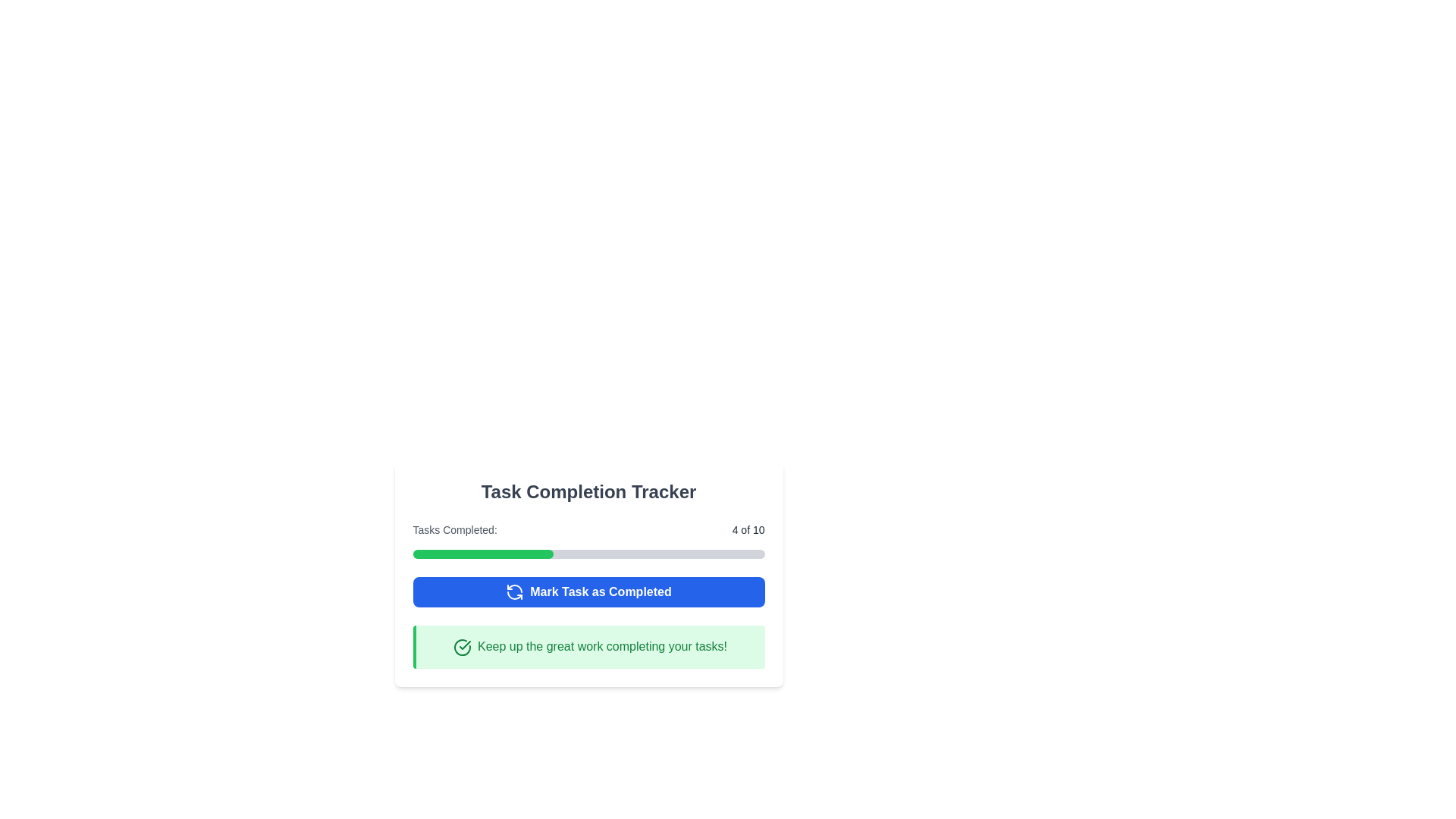 This screenshot has height=819, width=1456. What do you see at coordinates (461, 647) in the screenshot?
I see `the green circular icon with a checkmark inside it, which is located to the left of the congratulatory message in the task tracker interface` at bounding box center [461, 647].